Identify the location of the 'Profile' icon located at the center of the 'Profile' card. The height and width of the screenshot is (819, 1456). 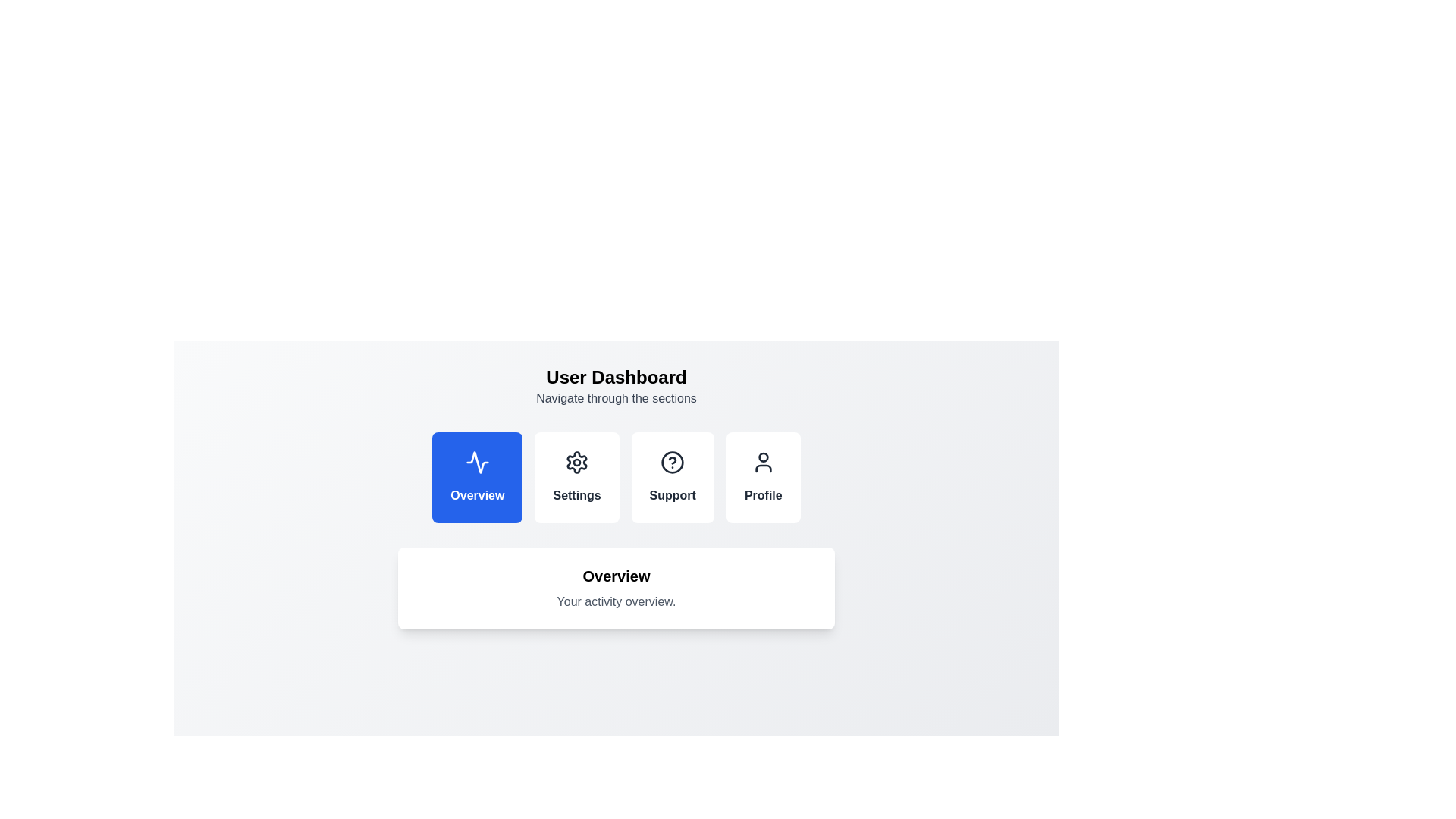
(763, 461).